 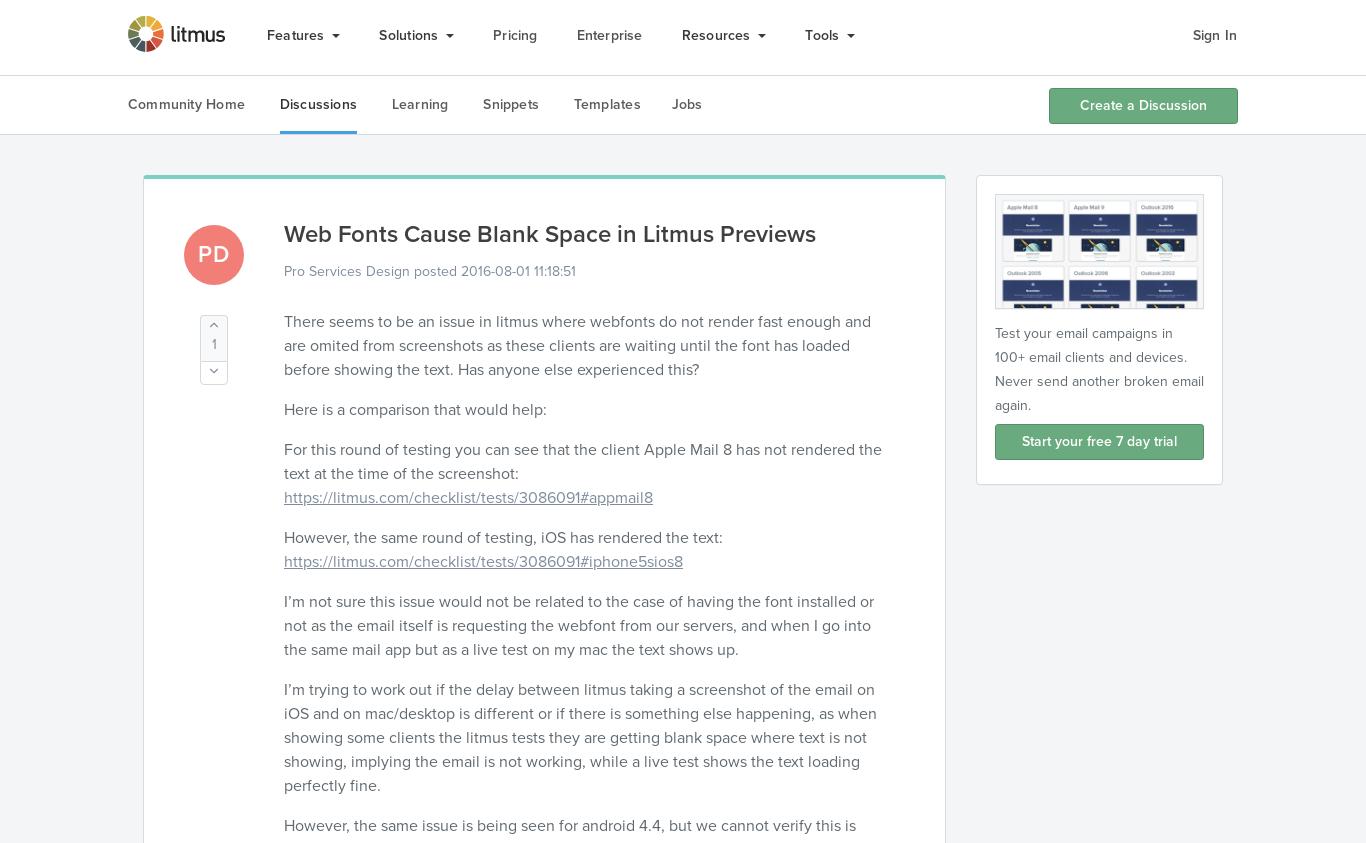 I want to click on '2016-08-01 11:18:51', so click(x=518, y=271).